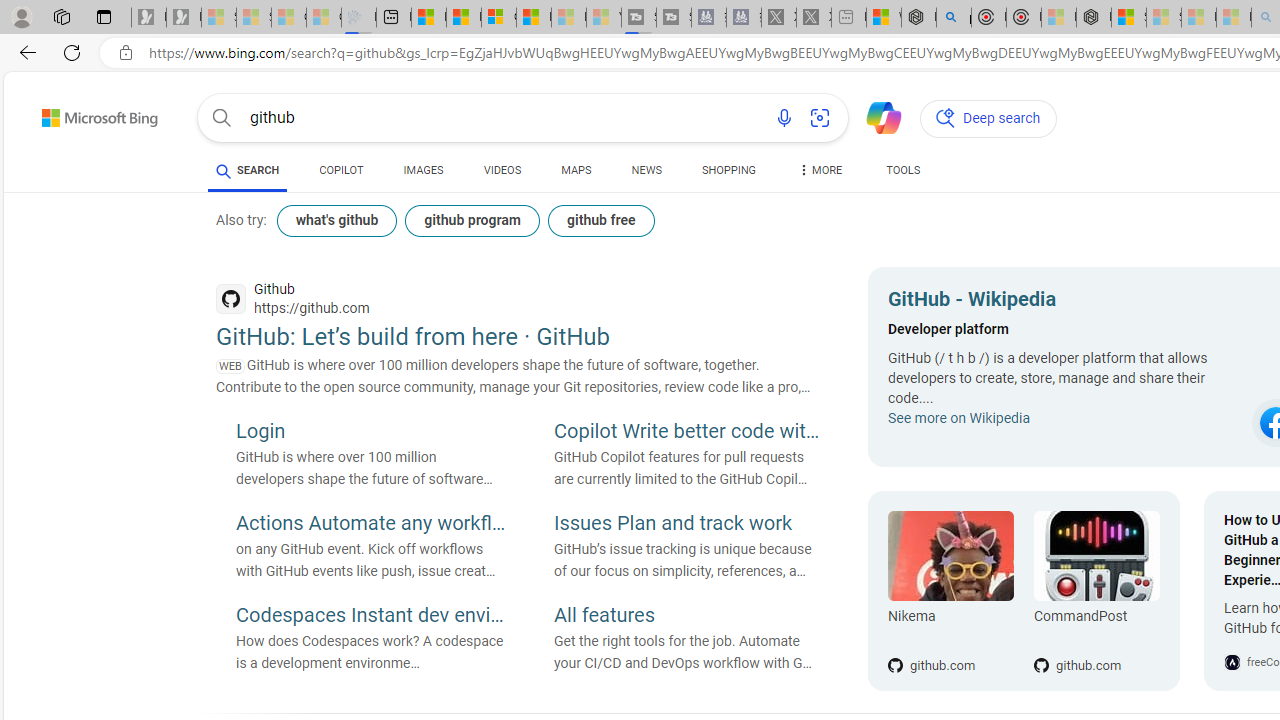 Image resolution: width=1280 pixels, height=720 pixels. What do you see at coordinates (341, 170) in the screenshot?
I see `'COPILOT'` at bounding box center [341, 170].